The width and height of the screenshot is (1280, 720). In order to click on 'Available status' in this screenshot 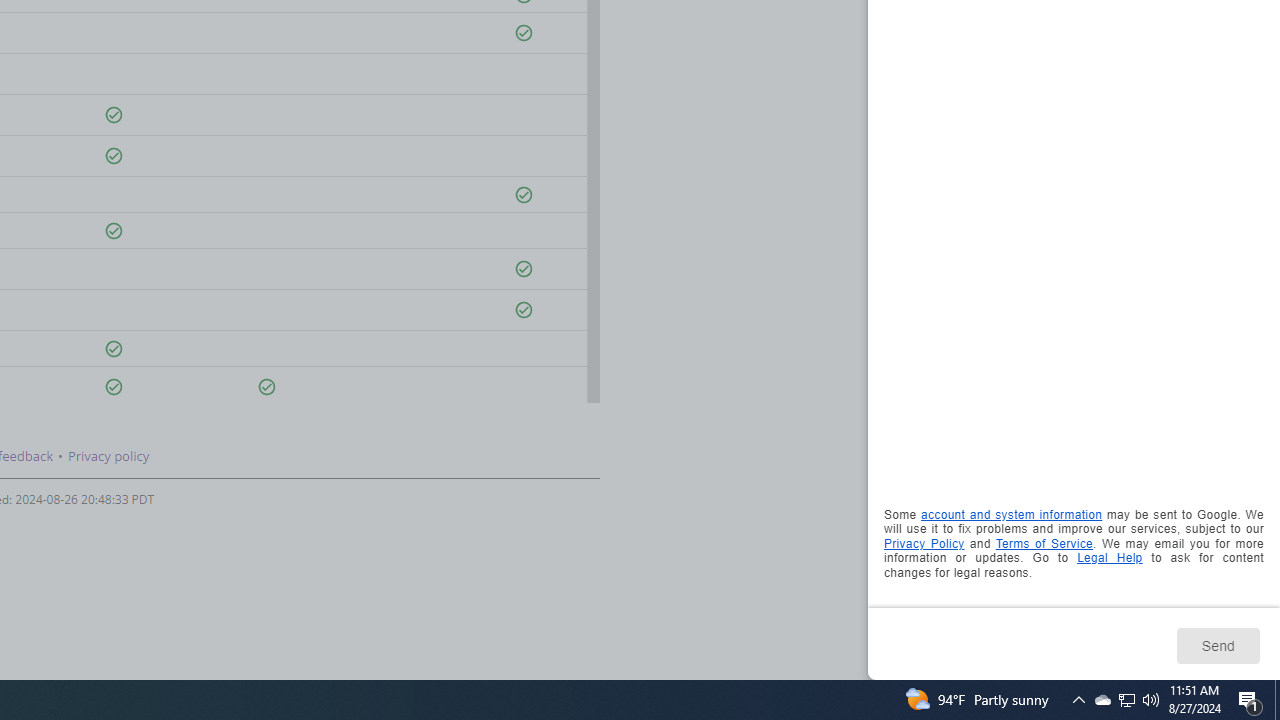, I will do `click(266, 387)`.